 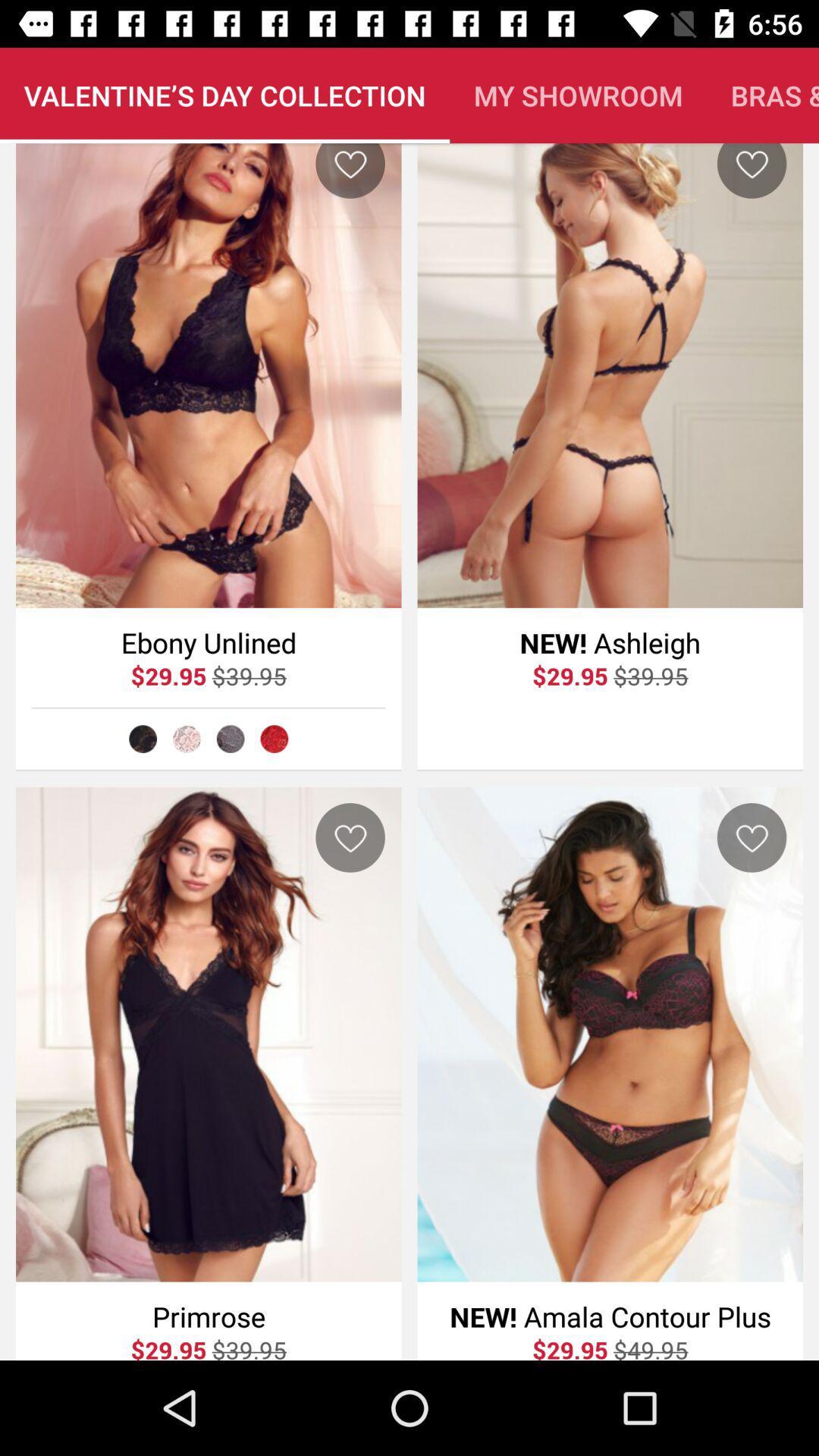 What do you see at coordinates (186, 739) in the screenshot?
I see `icon below the 29 95 39 item` at bounding box center [186, 739].